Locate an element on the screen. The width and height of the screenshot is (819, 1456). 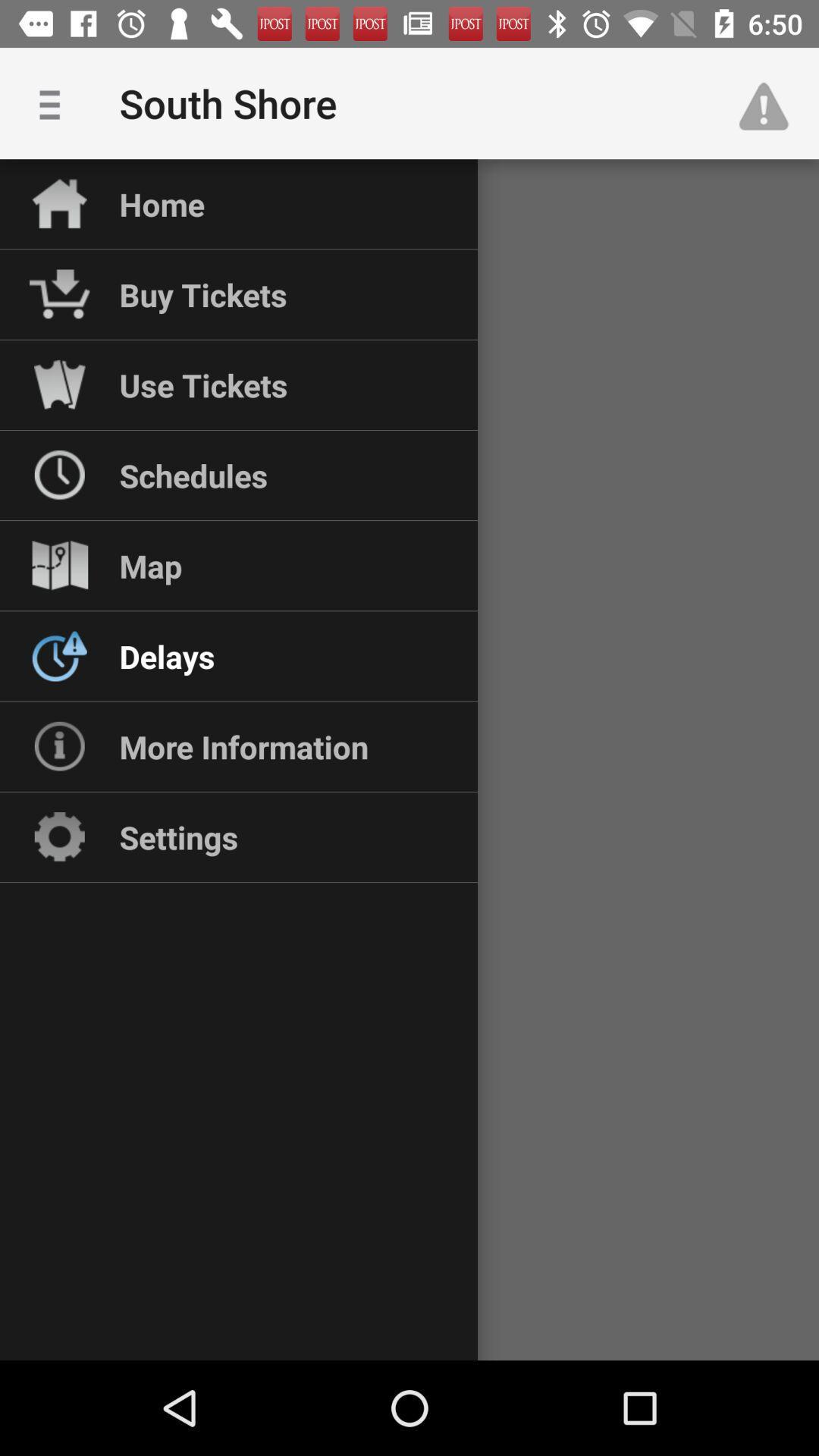
the app to the right of south shore app is located at coordinates (771, 102).